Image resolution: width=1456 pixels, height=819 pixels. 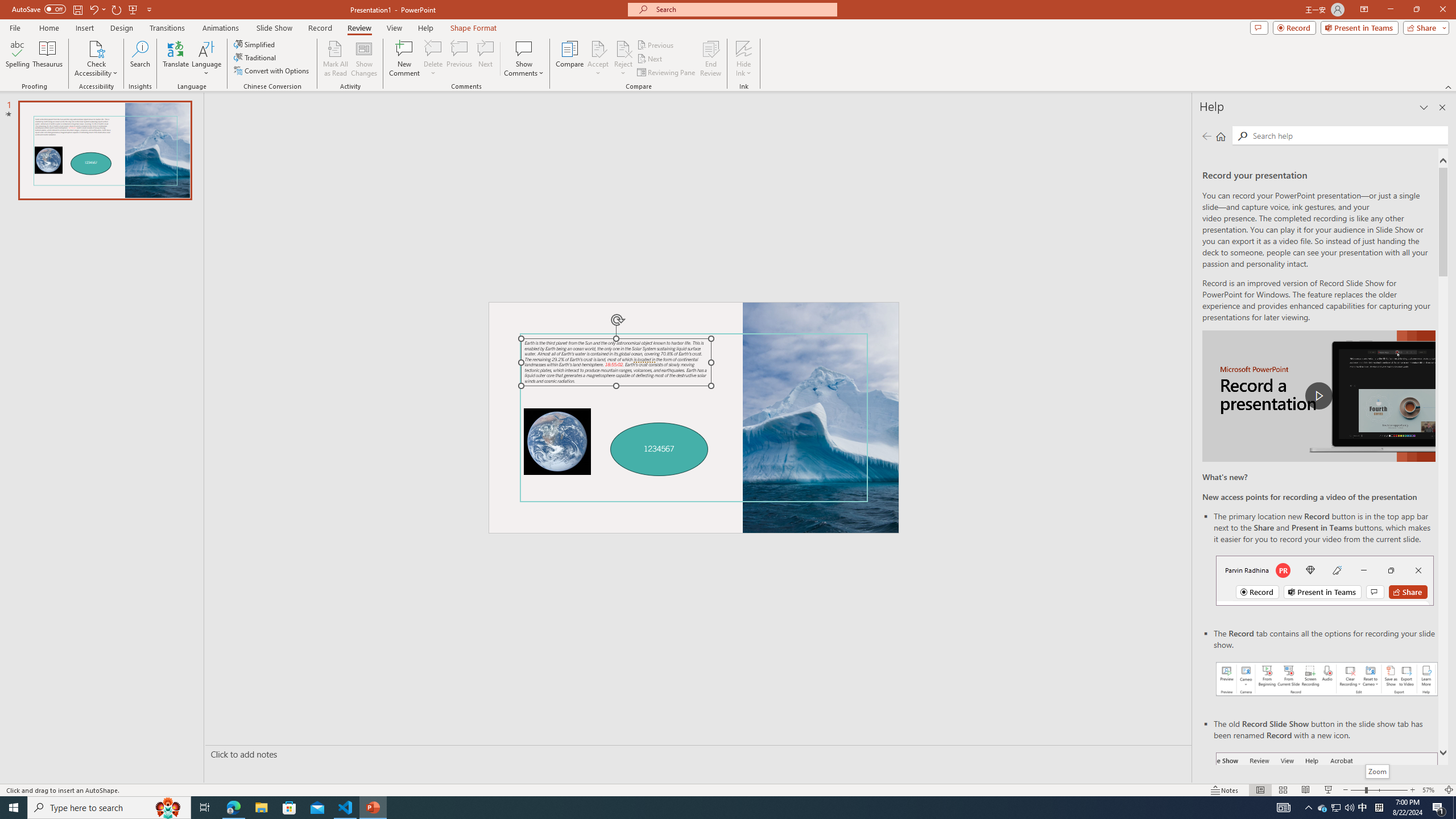 I want to click on 'Show Comments', so click(x=524, y=59).